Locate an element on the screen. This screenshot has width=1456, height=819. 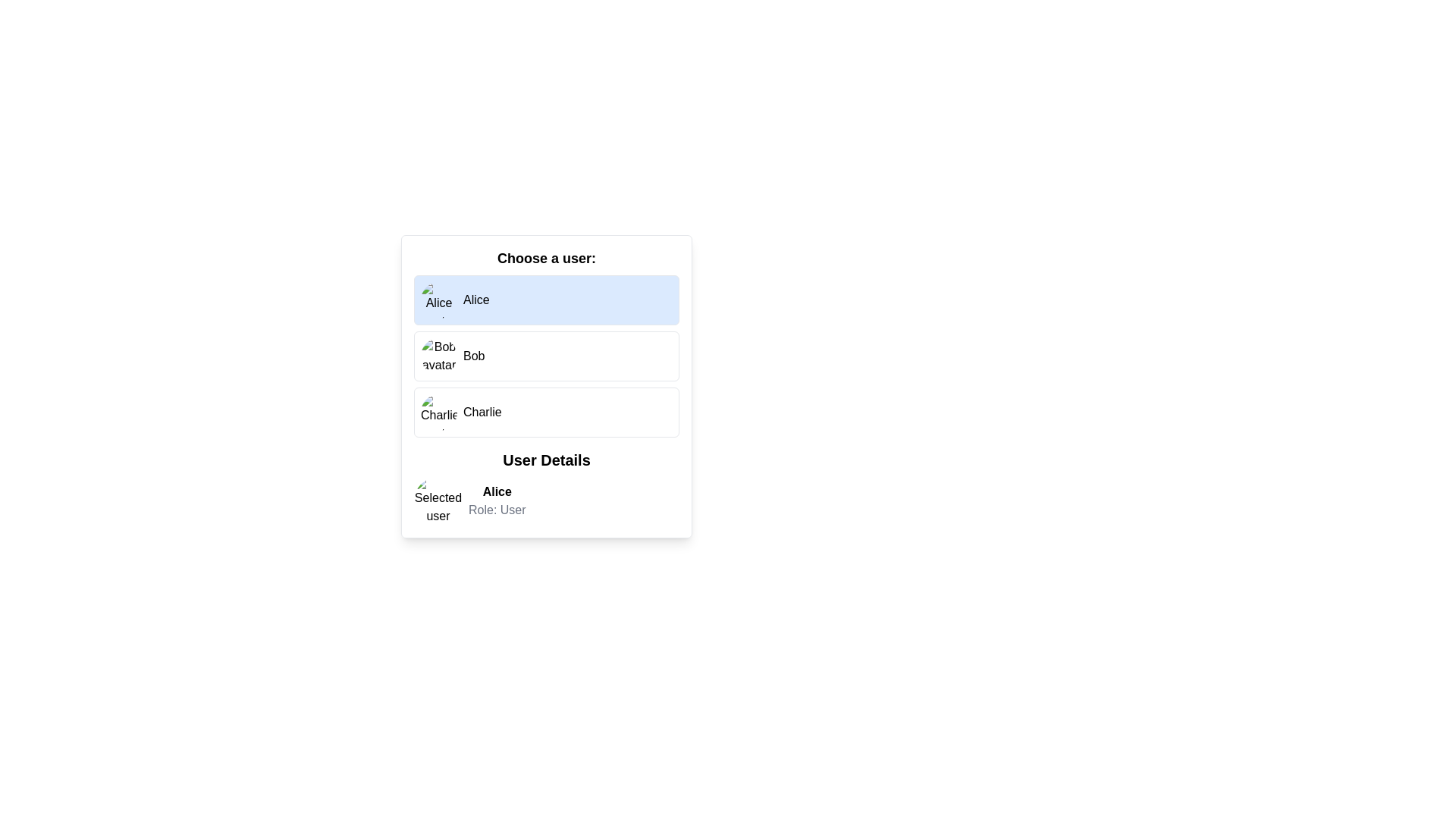
the 'User Details' header text, which is bold and large, located at the top of the user information section is located at coordinates (546, 459).